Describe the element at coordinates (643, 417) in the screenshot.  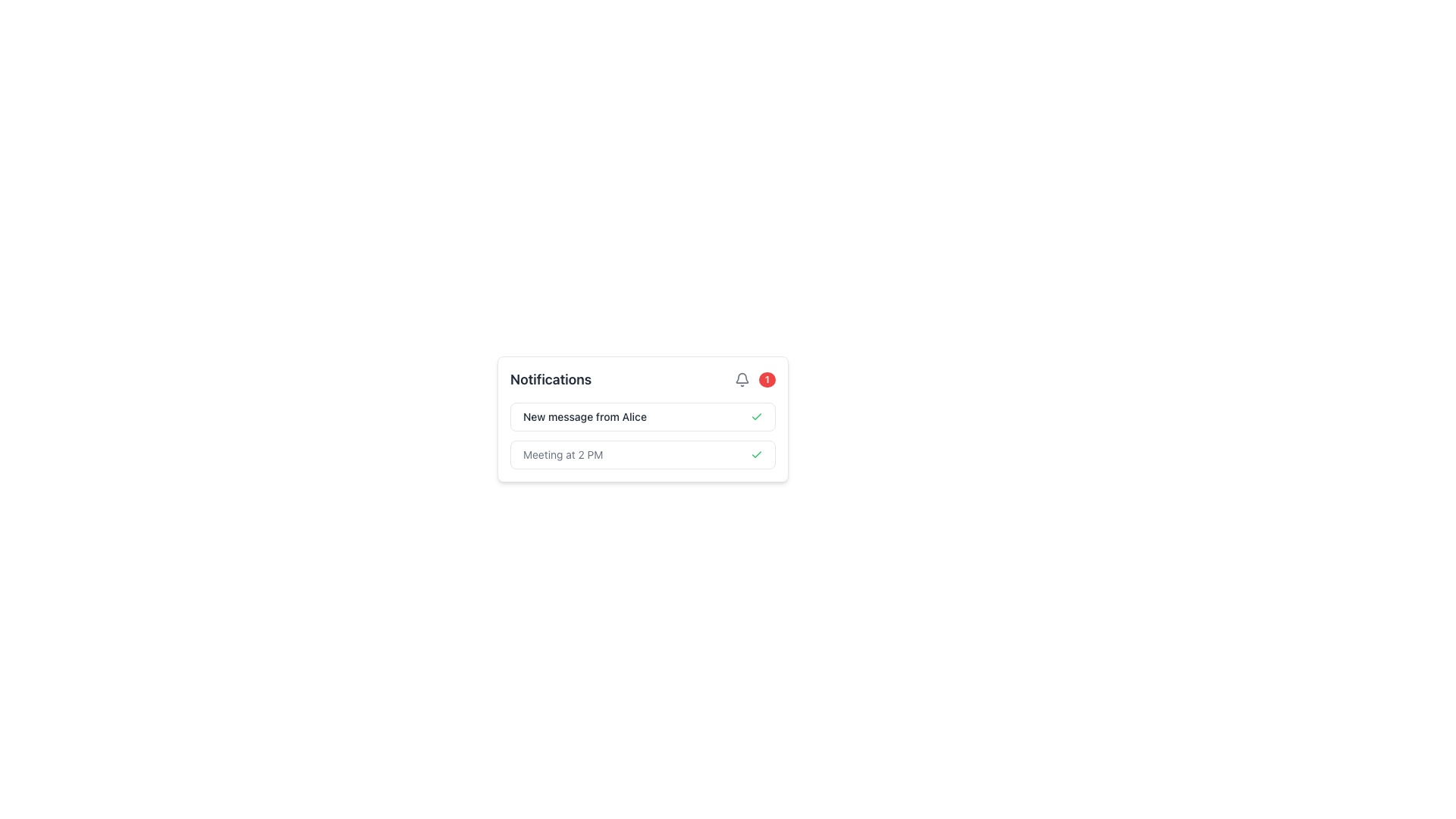
I see `the Notification Item displaying 'New message from Alice'` at that location.